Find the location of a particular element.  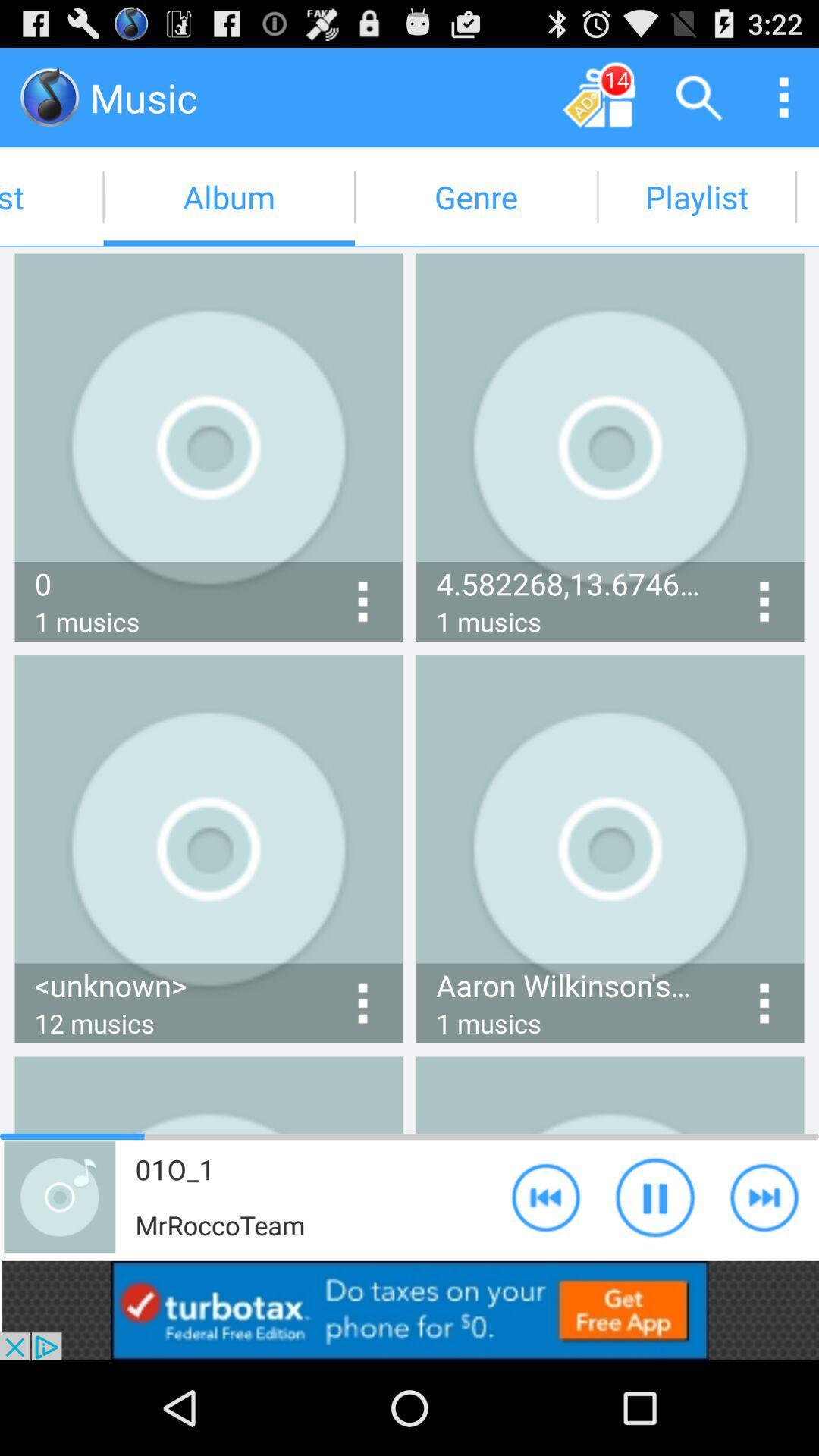

pause is located at coordinates (654, 1196).